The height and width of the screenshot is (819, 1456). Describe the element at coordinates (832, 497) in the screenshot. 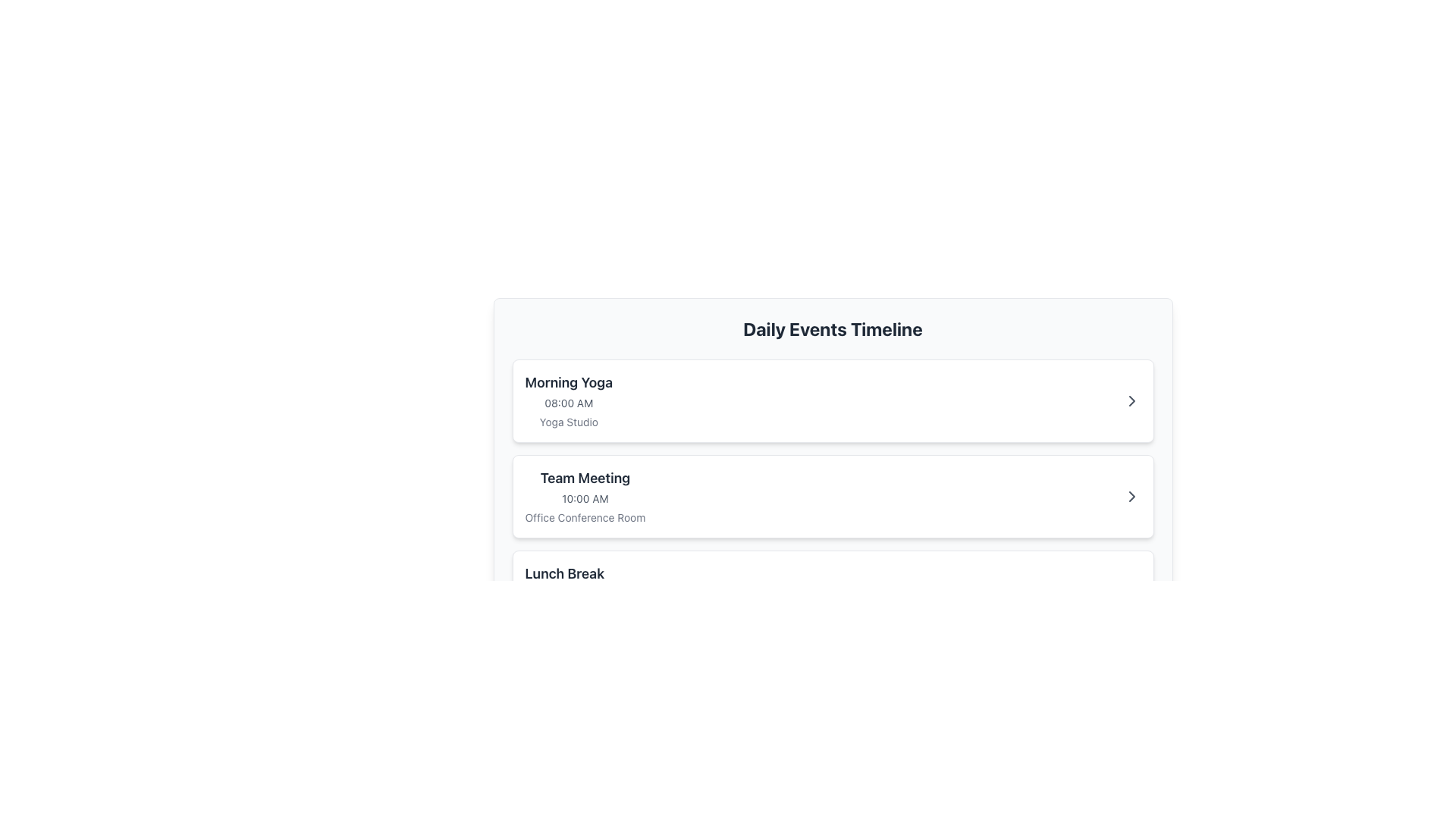

I see `the horizontal event summary panel located in the middle section of the event timeline, which contains key details like event name, time, and location` at that location.